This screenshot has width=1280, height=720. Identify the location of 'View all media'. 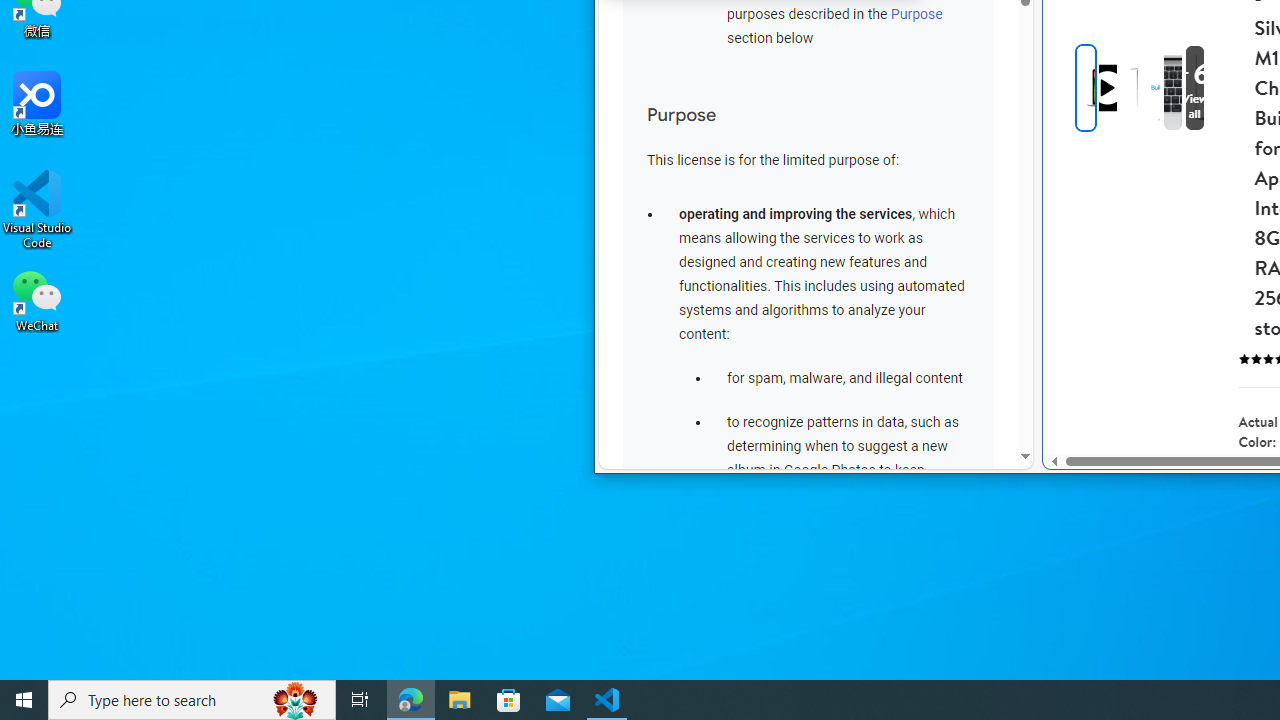
(1226, 87).